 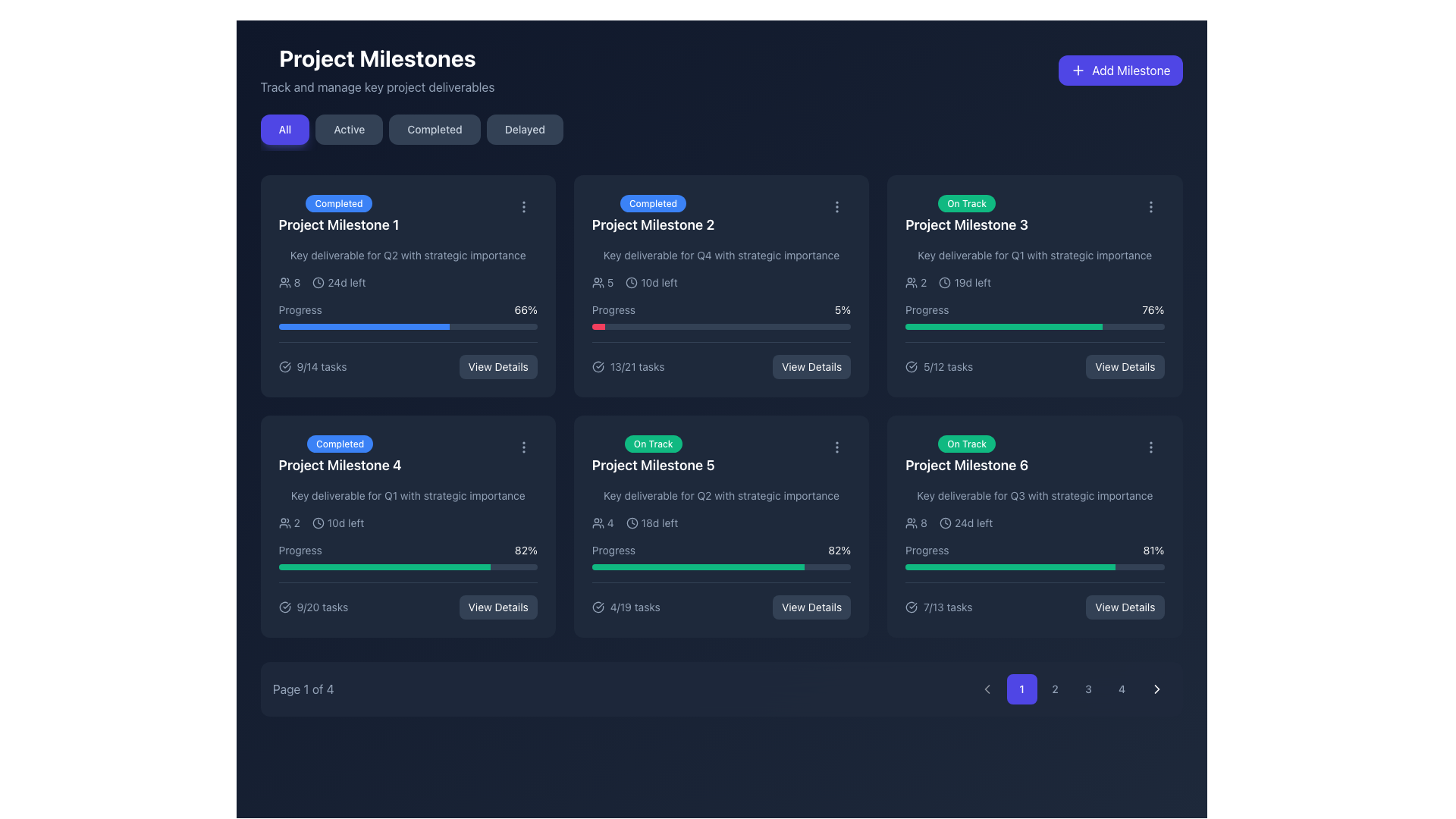 I want to click on status text from the capsule-shaped label that displays 'Completed' in white text on a blue background, located above the milestone title on the card labeled 'Project Milestone 4', so click(x=339, y=444).